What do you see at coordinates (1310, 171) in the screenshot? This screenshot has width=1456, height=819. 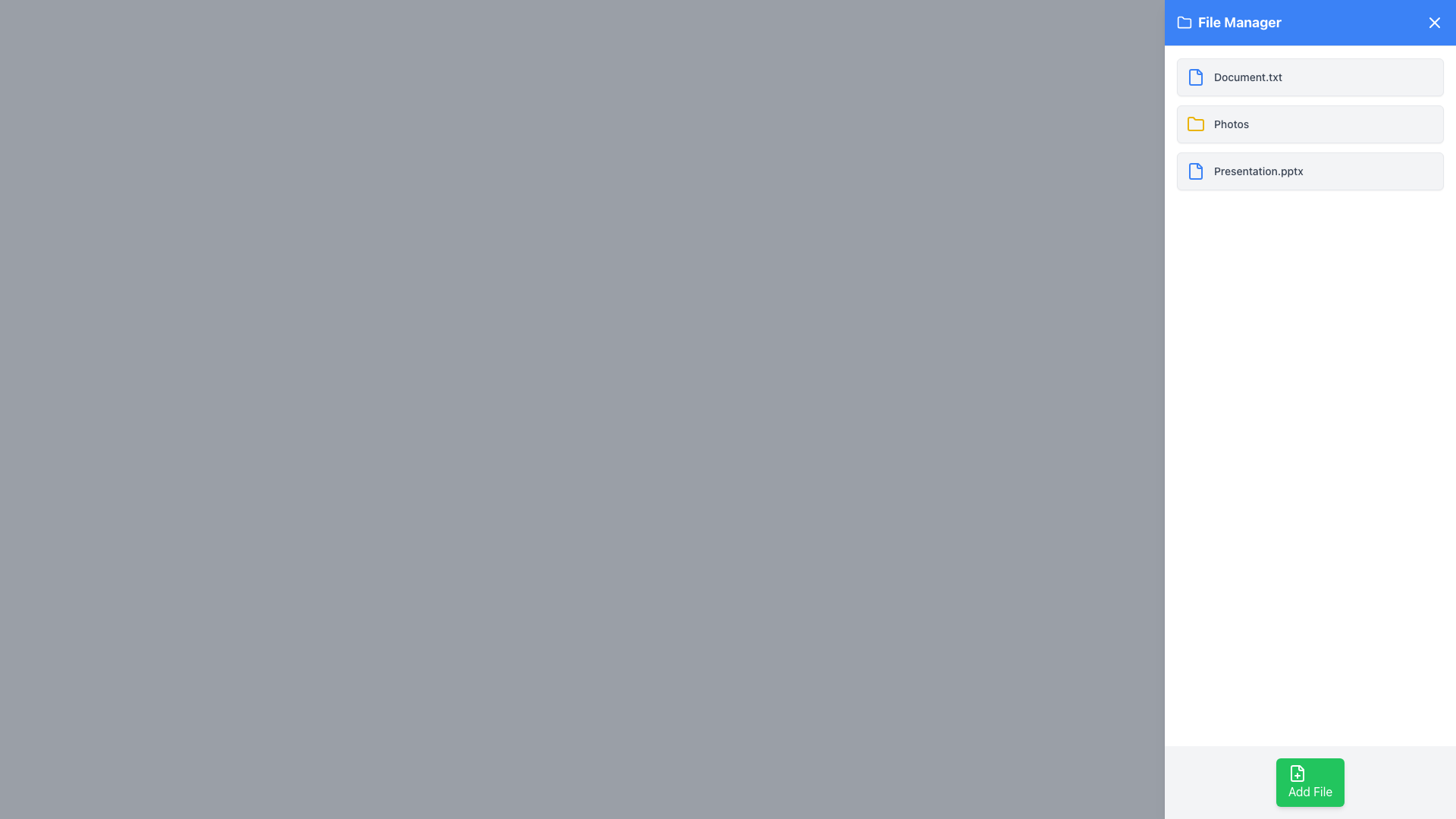 I see `the file entry item labeled 'Presentation.pptx'` at bounding box center [1310, 171].